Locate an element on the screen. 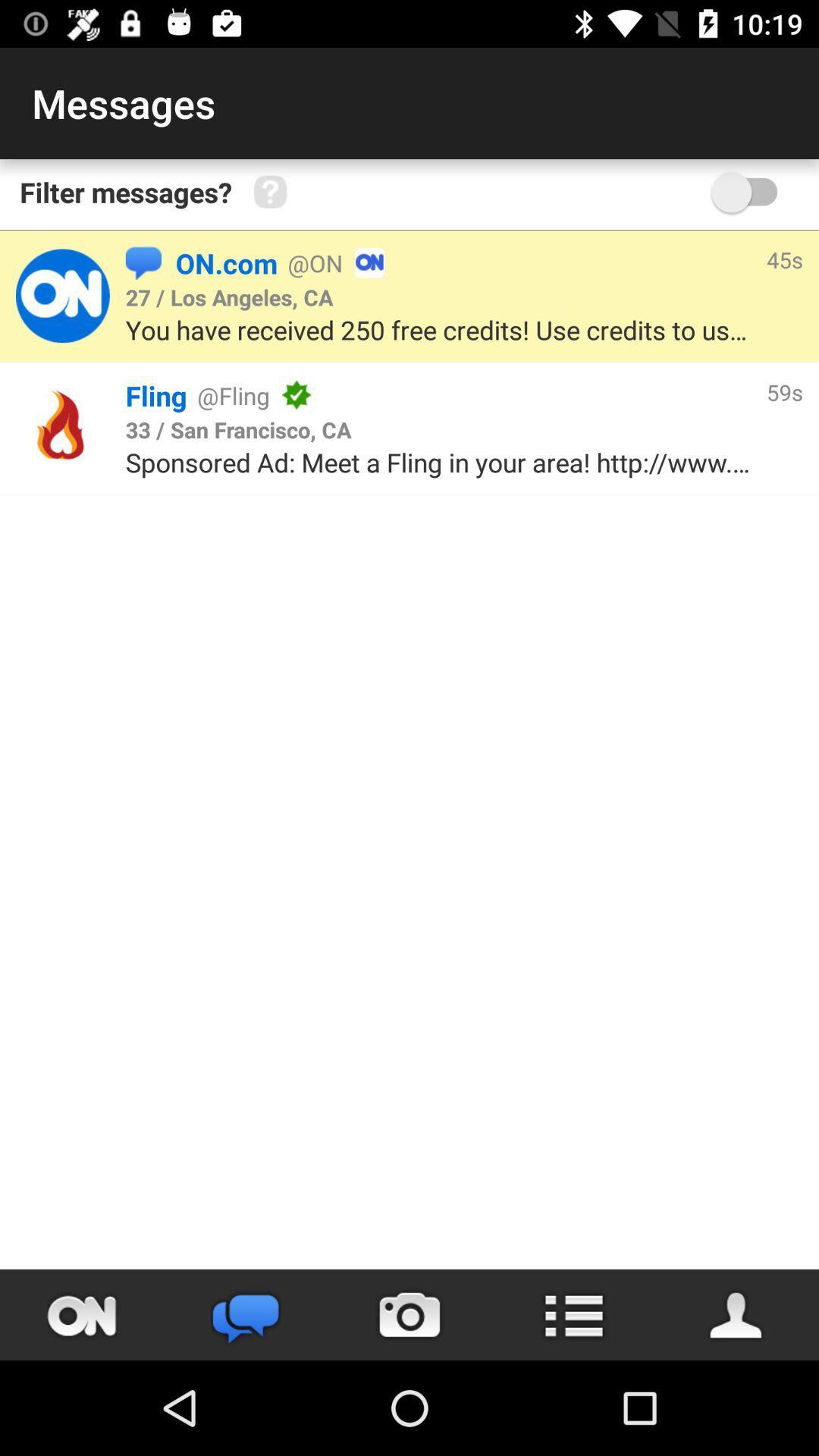 Image resolution: width=819 pixels, height=1456 pixels. the menu bar is located at coordinates (573, 1314).